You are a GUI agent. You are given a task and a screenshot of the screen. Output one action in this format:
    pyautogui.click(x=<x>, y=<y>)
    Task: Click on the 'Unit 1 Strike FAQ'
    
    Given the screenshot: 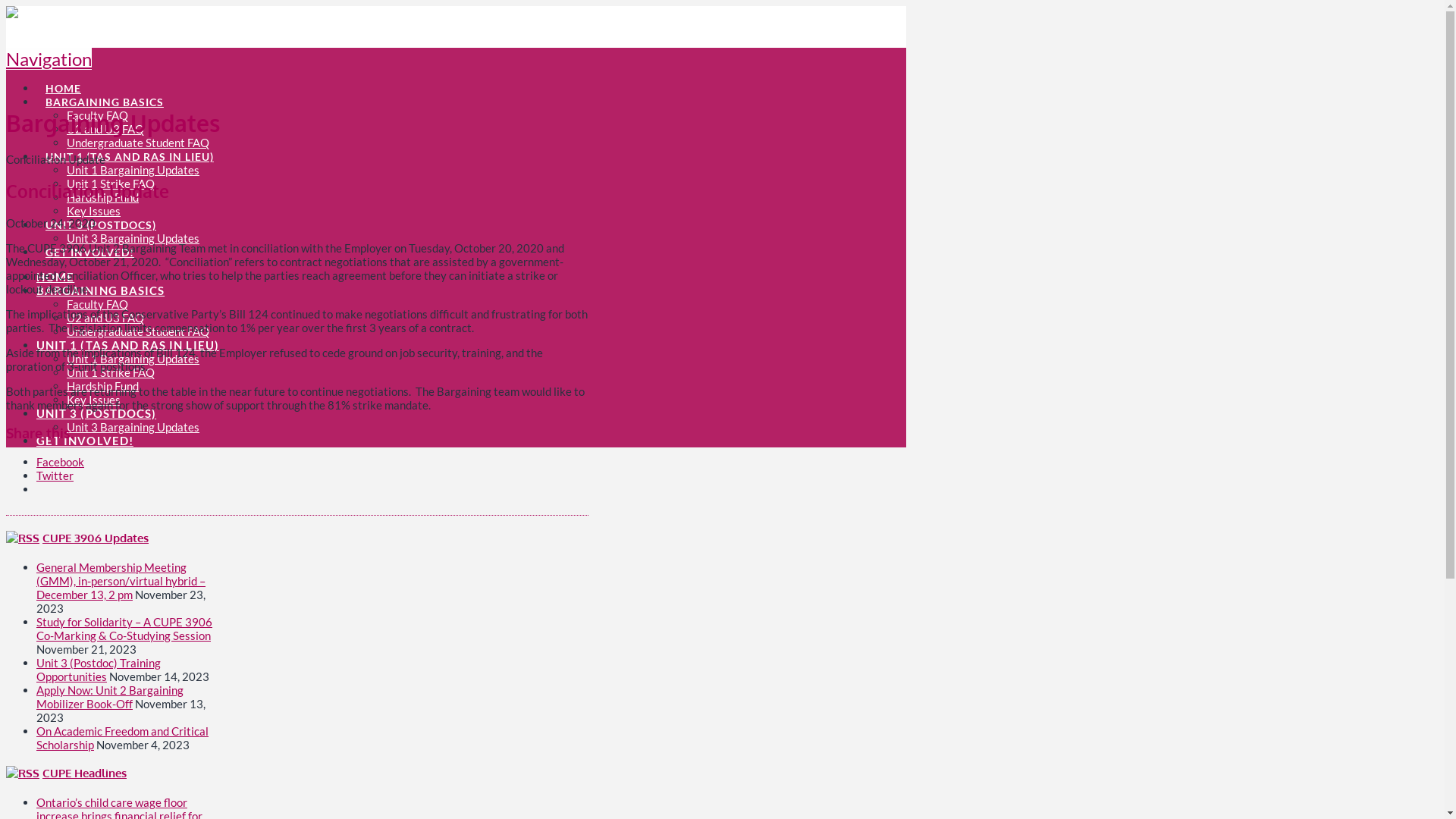 What is the action you would take?
    pyautogui.click(x=109, y=372)
    